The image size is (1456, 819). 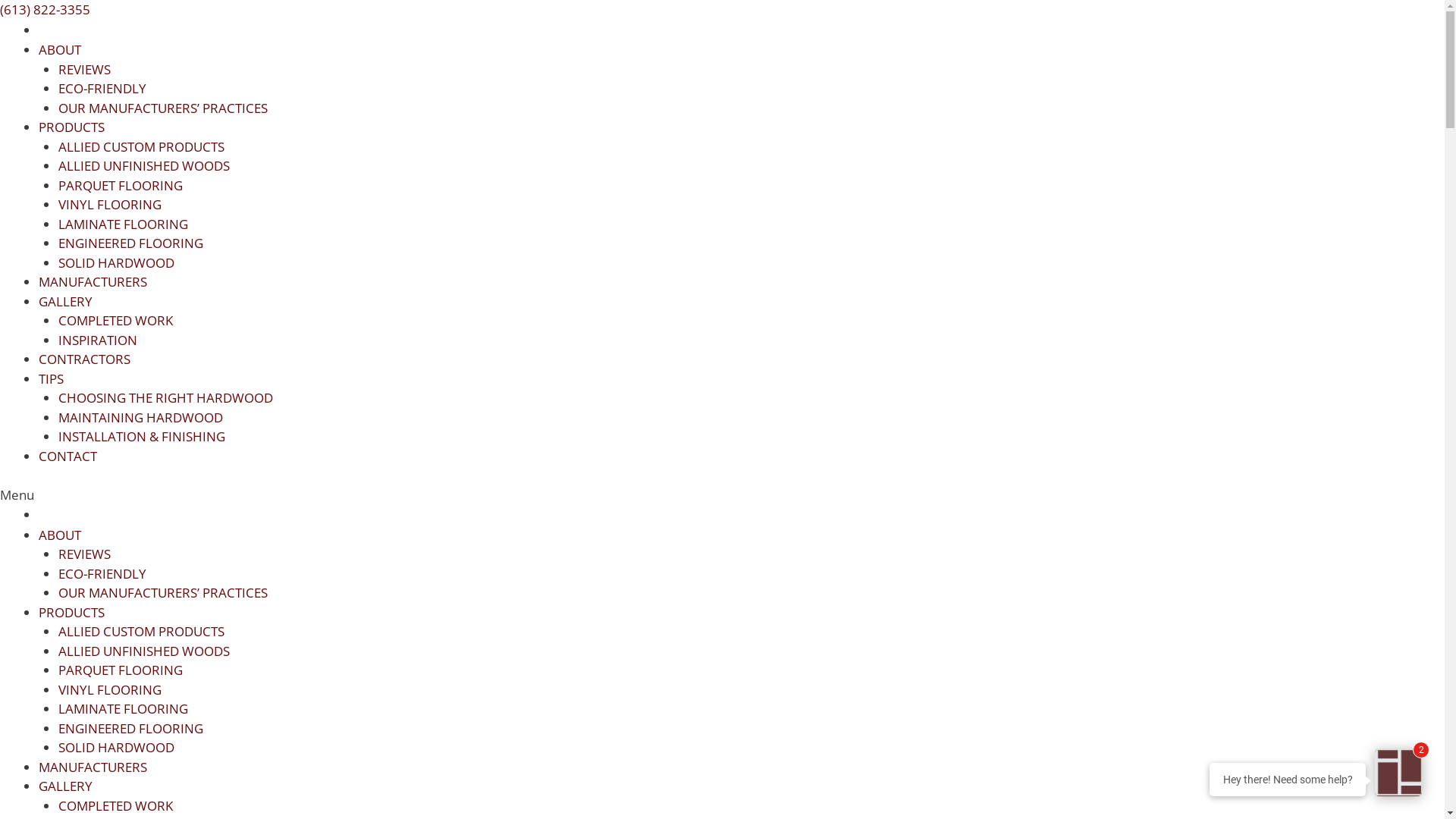 What do you see at coordinates (58, 689) in the screenshot?
I see `'VINYL FLOORING'` at bounding box center [58, 689].